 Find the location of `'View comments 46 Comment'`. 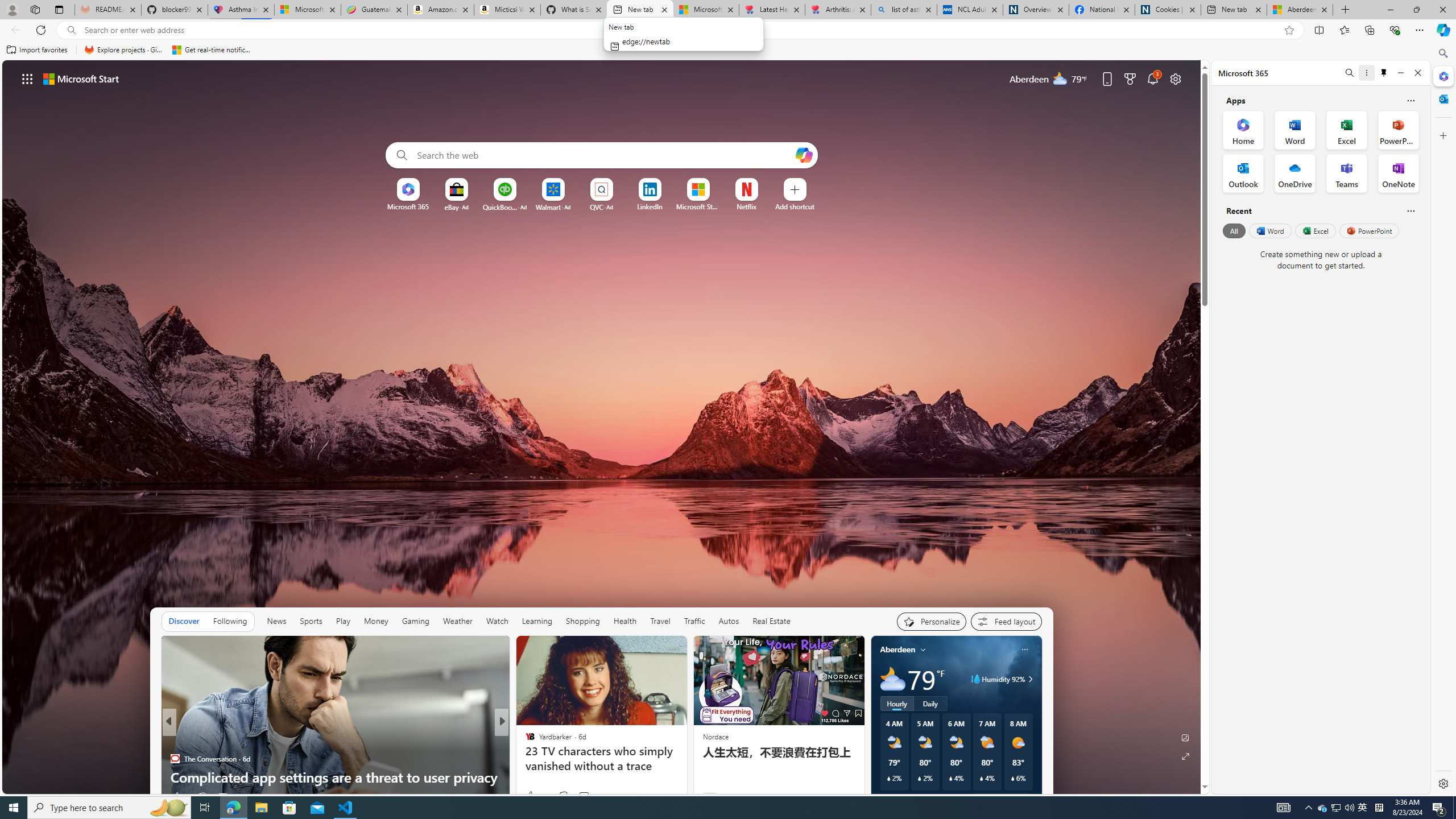

'View comments 46 Comment' is located at coordinates (584, 795).